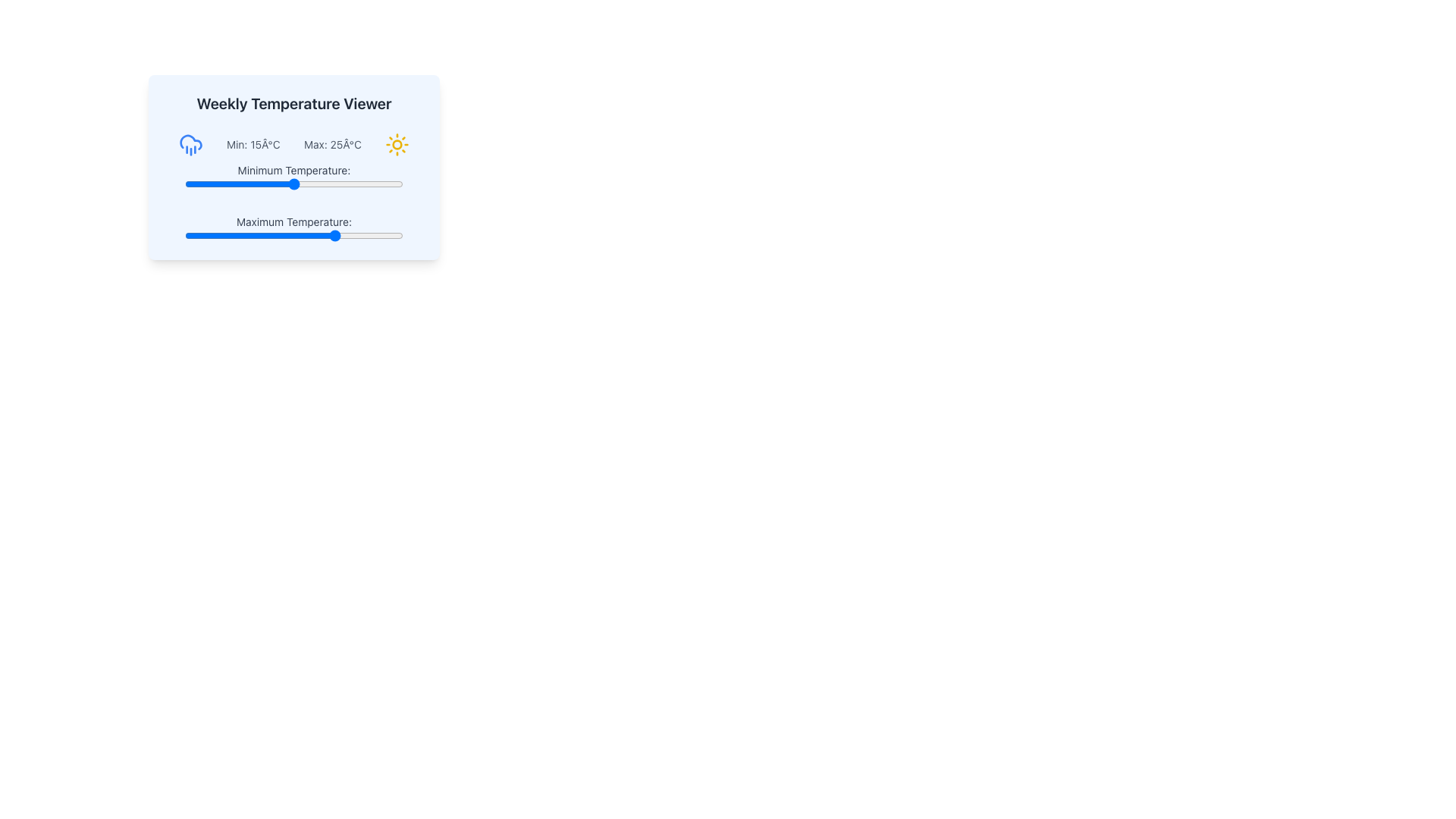  What do you see at coordinates (397, 145) in the screenshot?
I see `the yellow fill SVG Circle located inside the sun icon at the top-right of the 'Weekly Temperature Viewer' panel` at bounding box center [397, 145].